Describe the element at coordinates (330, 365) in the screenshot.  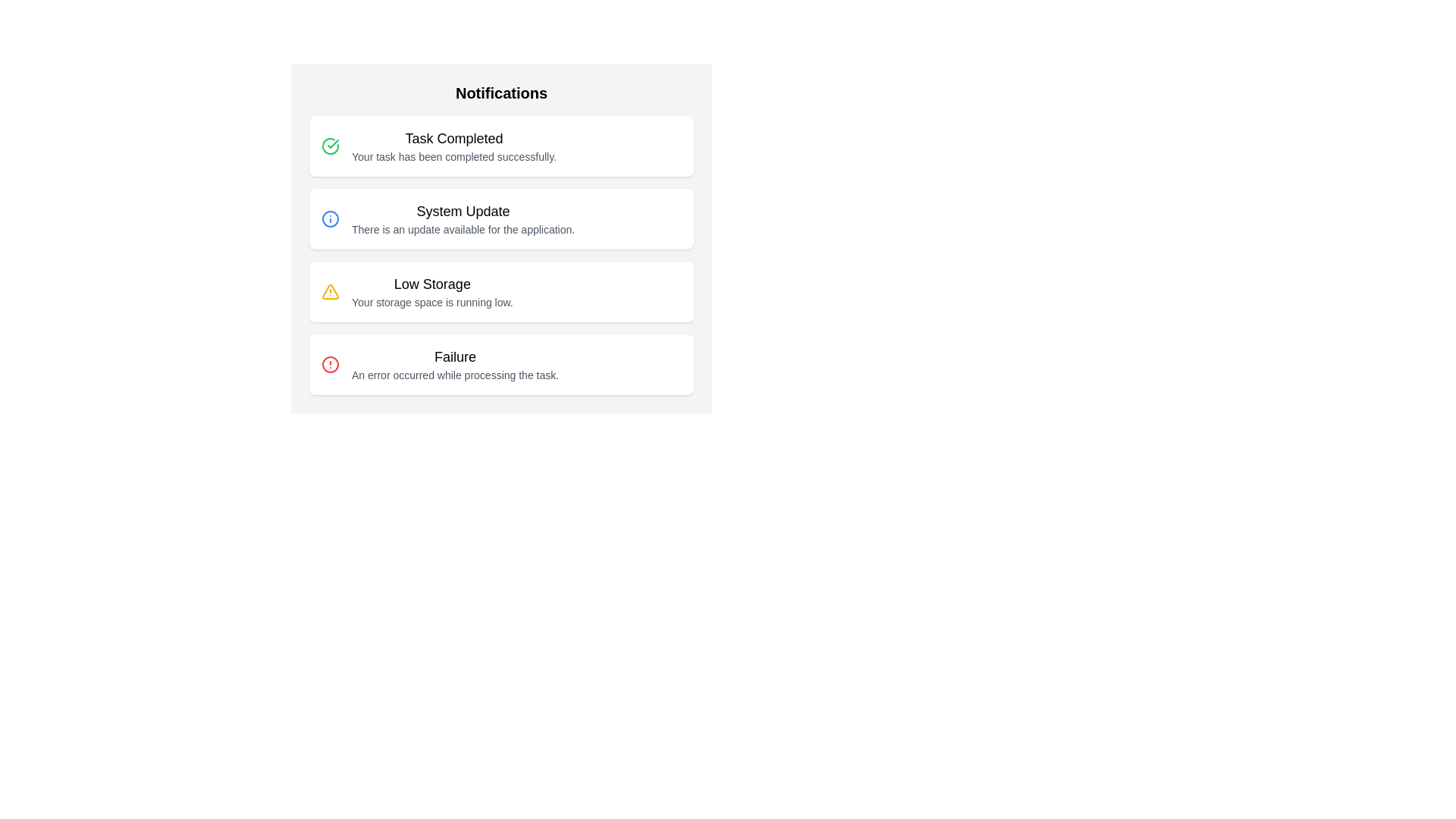
I see `the SVG Circle element of the alert icon indicating a failure state, located in the bottom-most option of the Notifications list` at that location.